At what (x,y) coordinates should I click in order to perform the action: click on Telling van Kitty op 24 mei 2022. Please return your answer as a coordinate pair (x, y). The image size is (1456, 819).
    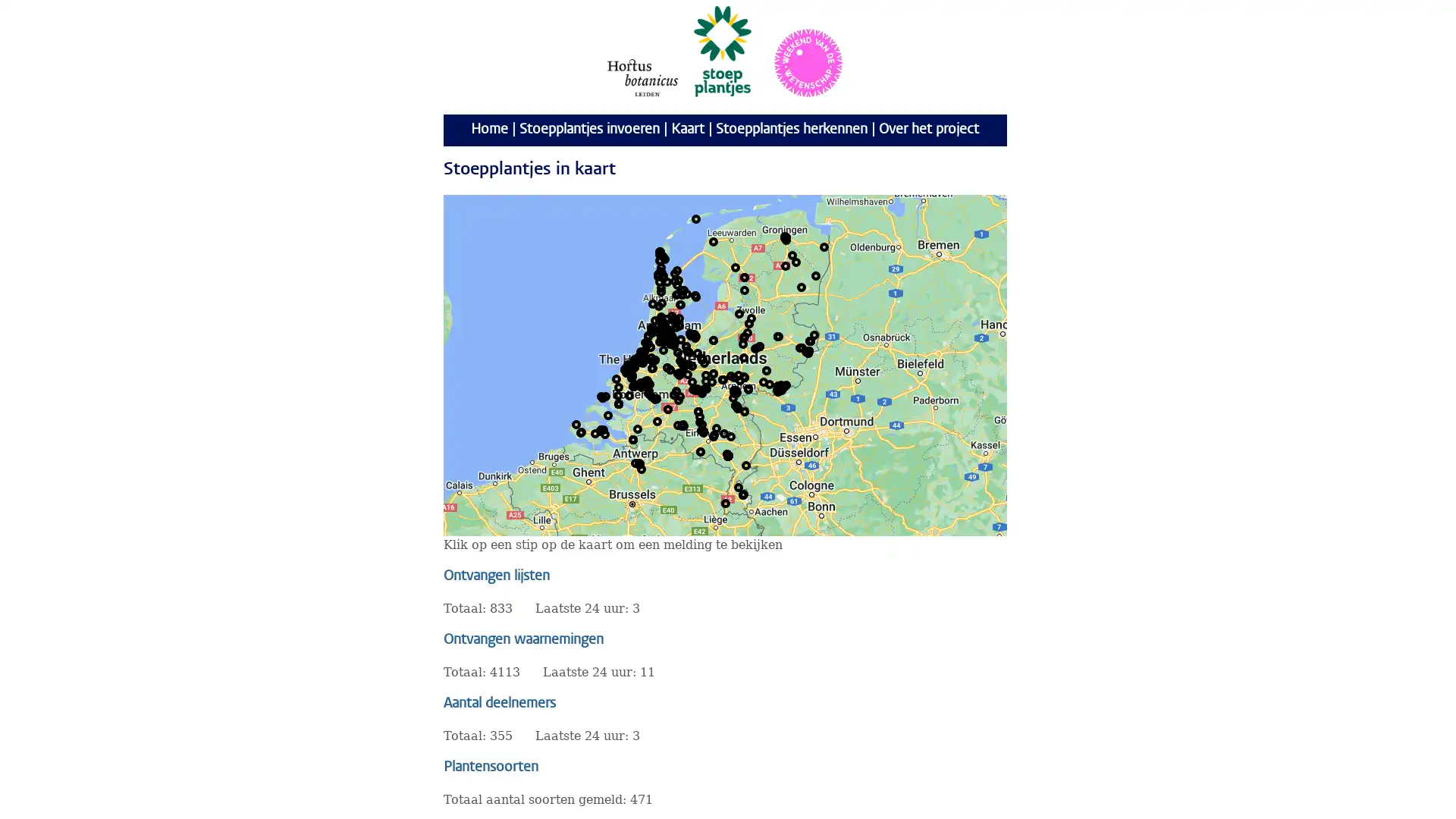
    Looking at the image, I should click on (702, 430).